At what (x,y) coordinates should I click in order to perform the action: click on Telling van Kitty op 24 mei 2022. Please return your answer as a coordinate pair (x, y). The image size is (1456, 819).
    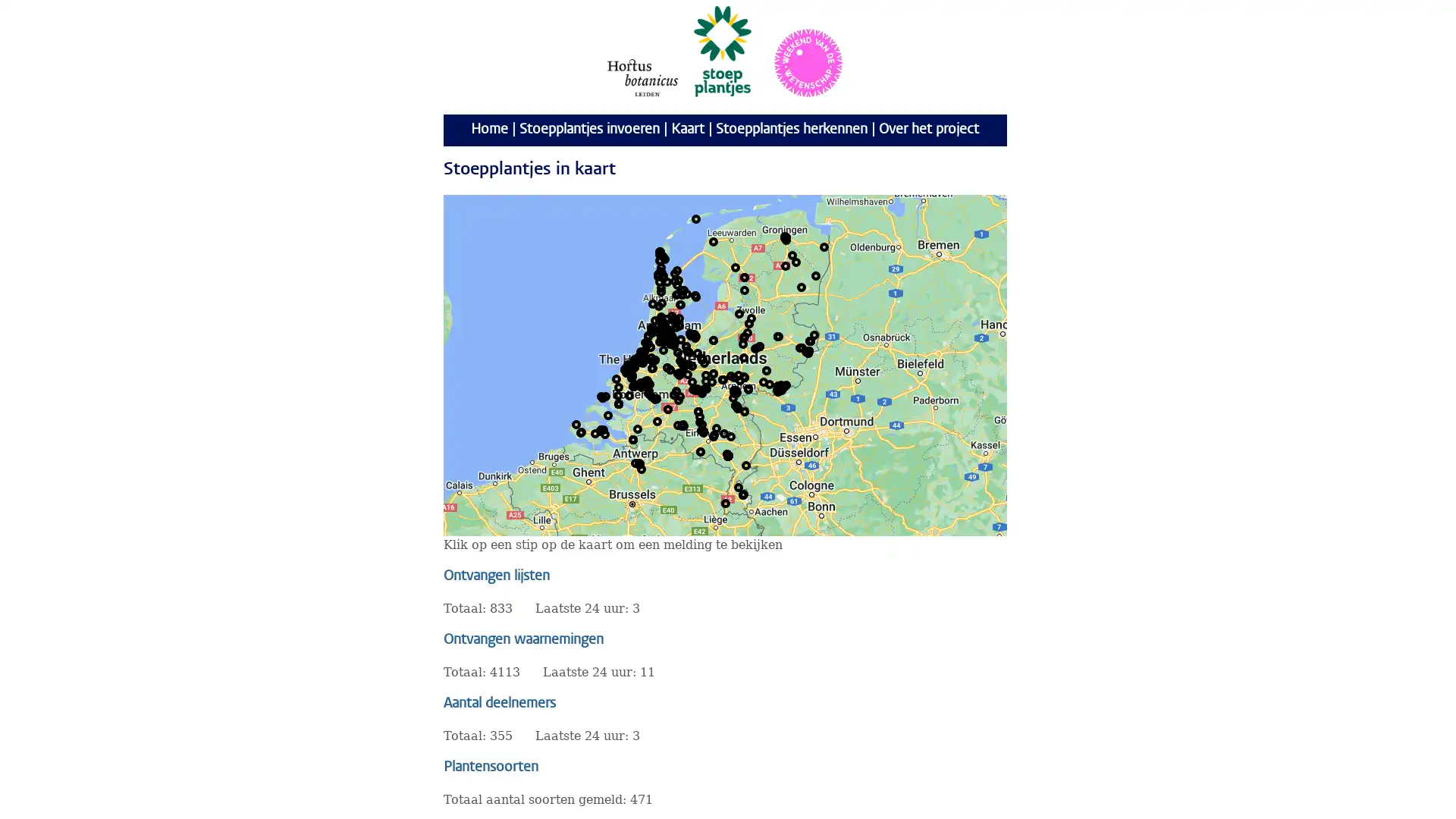
    Looking at the image, I should click on (702, 430).